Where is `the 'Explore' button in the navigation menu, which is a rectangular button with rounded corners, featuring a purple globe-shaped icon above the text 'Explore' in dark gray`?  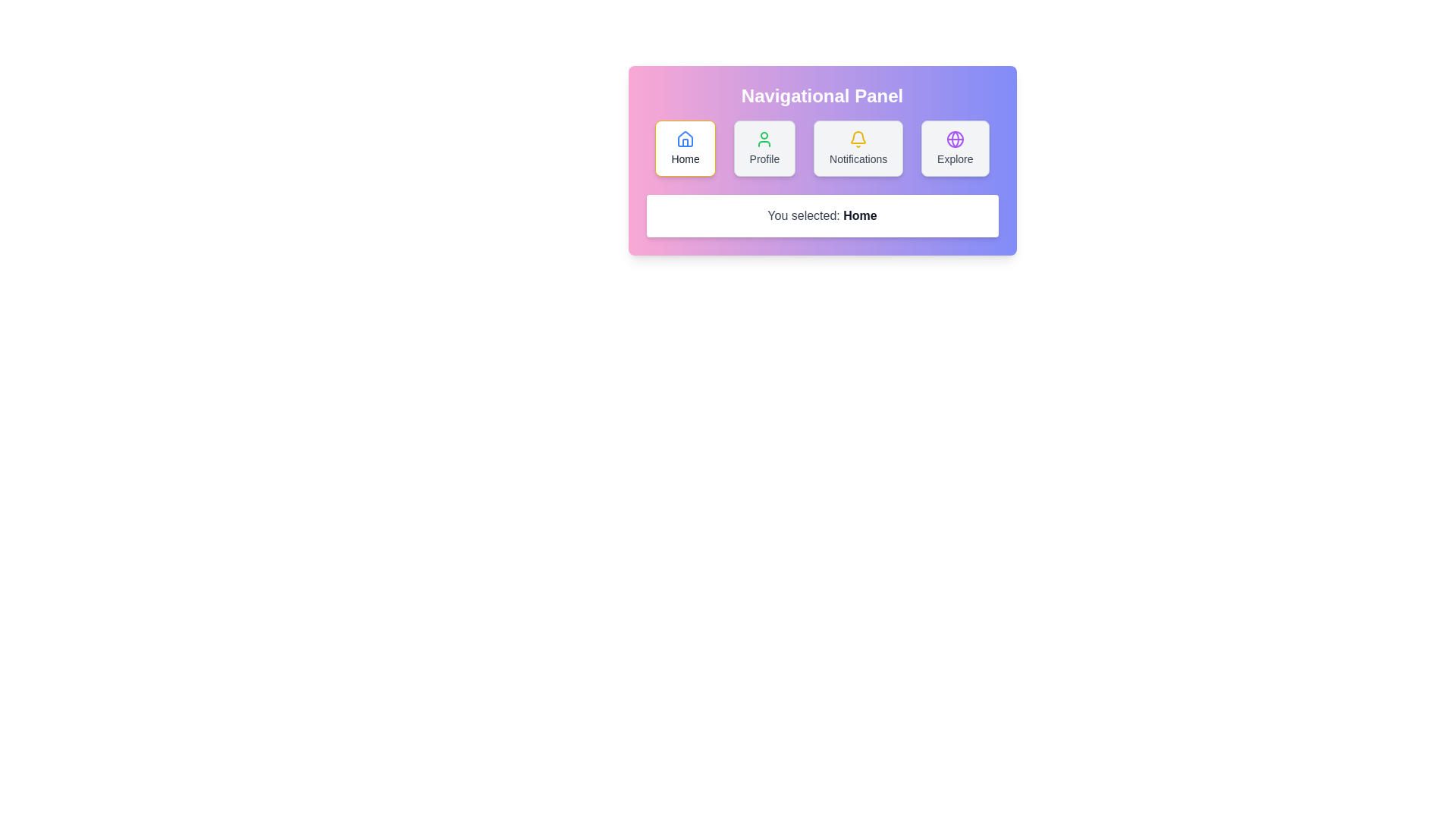
the 'Explore' button in the navigation menu, which is a rectangular button with rounded corners, featuring a purple globe-shaped icon above the text 'Explore' in dark gray is located at coordinates (954, 149).